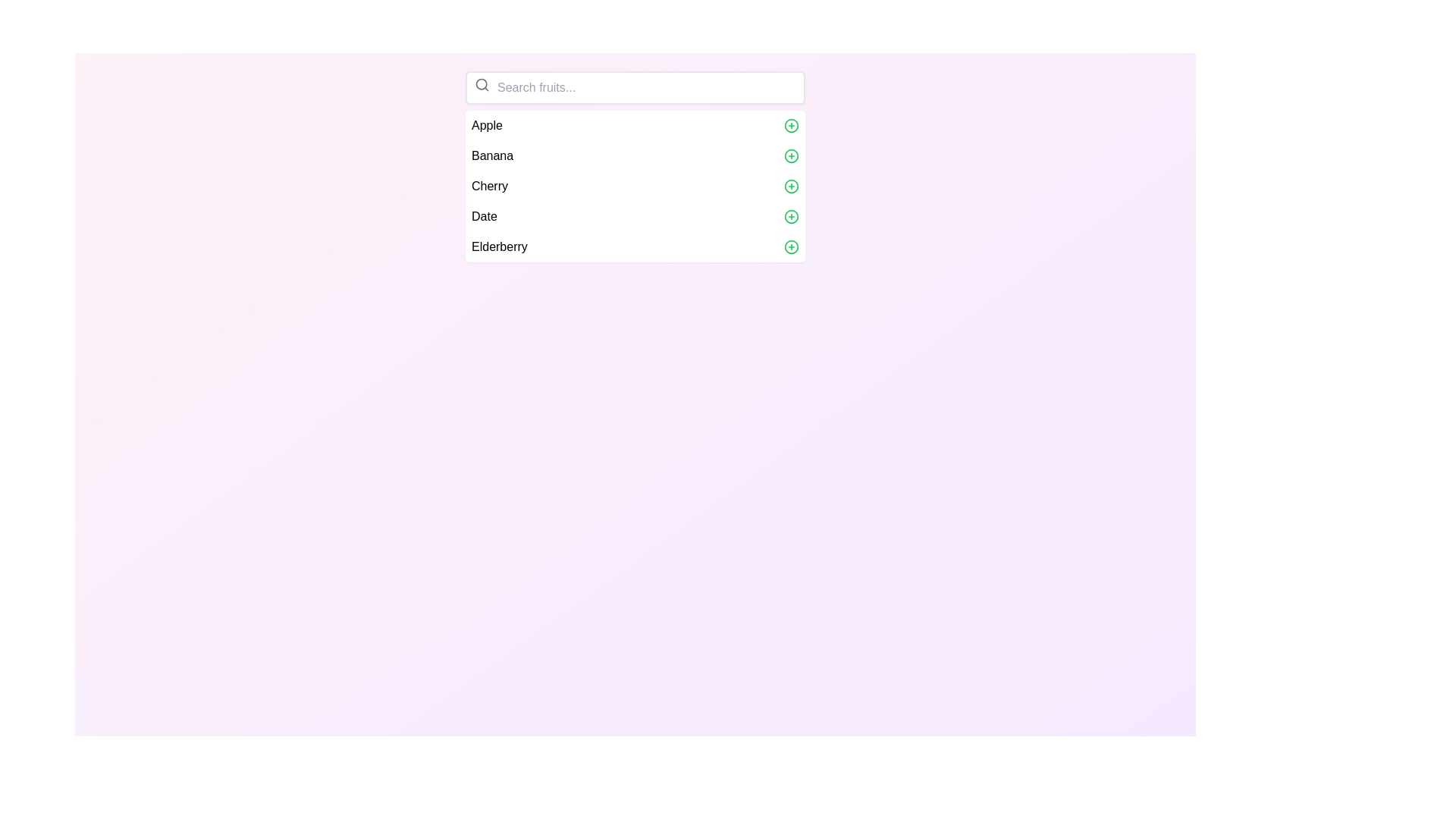 The height and width of the screenshot is (819, 1456). What do you see at coordinates (635, 246) in the screenshot?
I see `the fifth item in the dropdown list, which represents a selectable option for fruit names` at bounding box center [635, 246].